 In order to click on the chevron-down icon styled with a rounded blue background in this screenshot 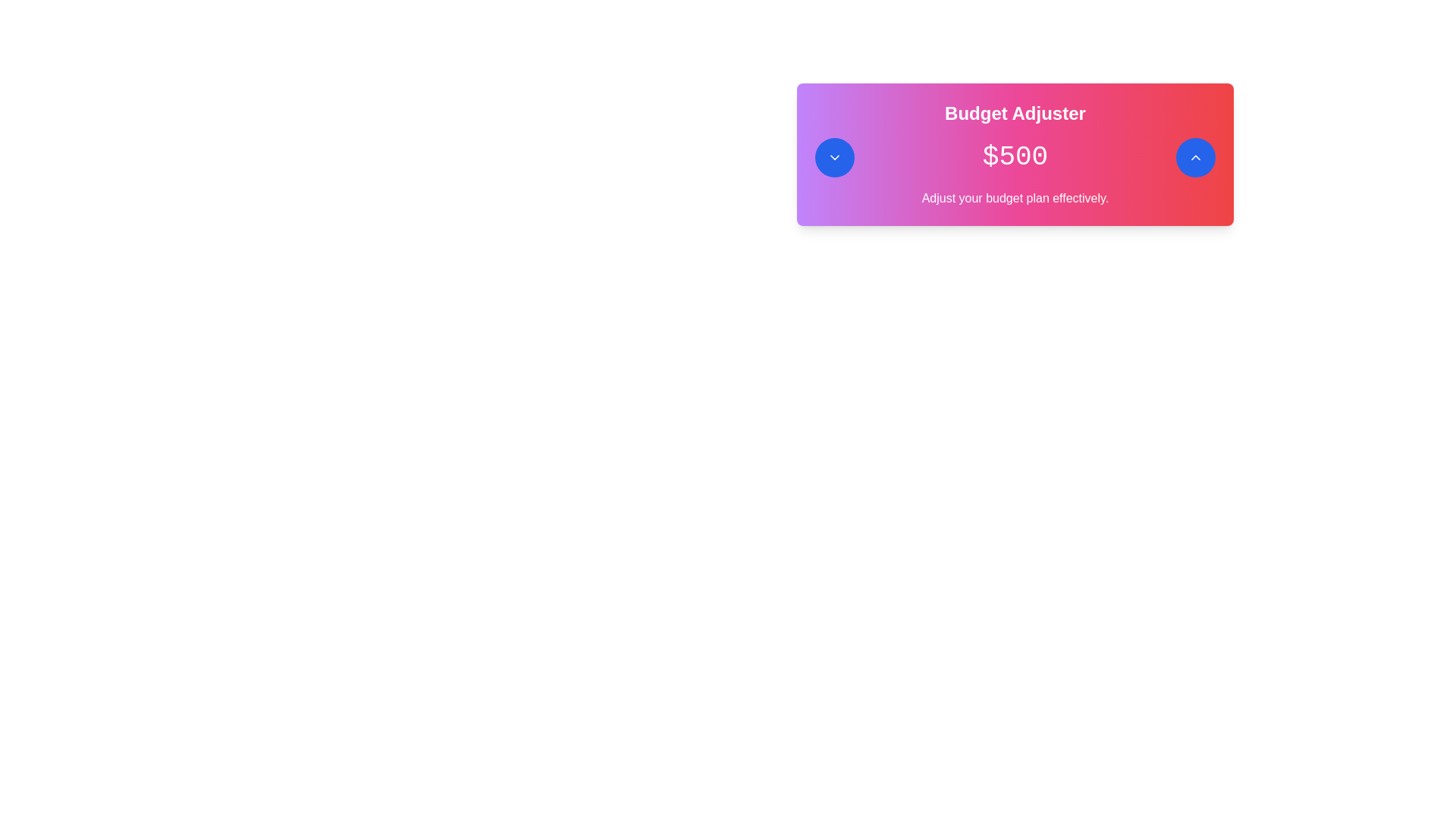, I will do `click(833, 158)`.